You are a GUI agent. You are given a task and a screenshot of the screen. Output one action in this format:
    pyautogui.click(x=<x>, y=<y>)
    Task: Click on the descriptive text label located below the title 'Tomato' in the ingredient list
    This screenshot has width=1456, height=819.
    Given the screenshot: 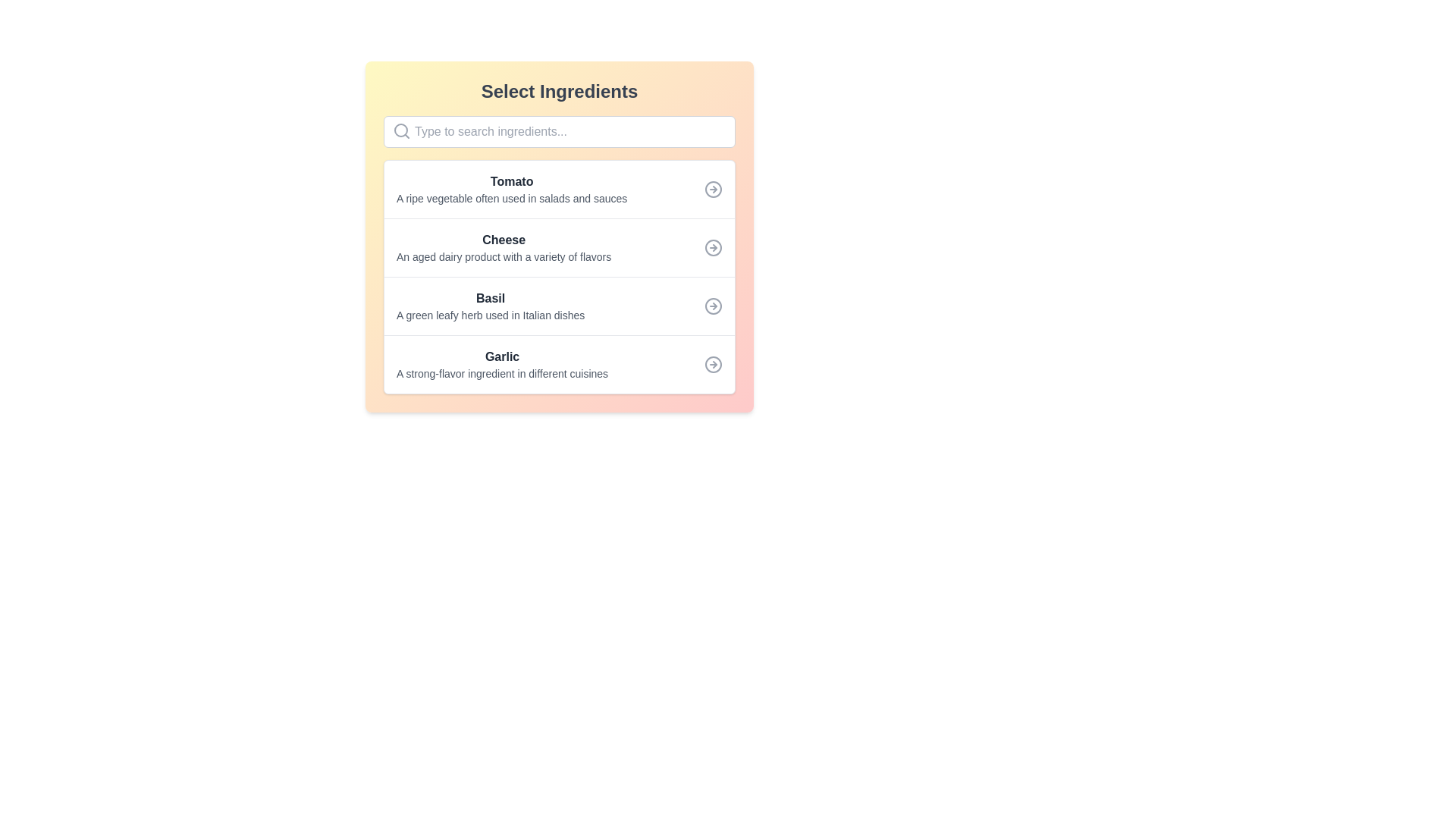 What is the action you would take?
    pyautogui.click(x=512, y=198)
    